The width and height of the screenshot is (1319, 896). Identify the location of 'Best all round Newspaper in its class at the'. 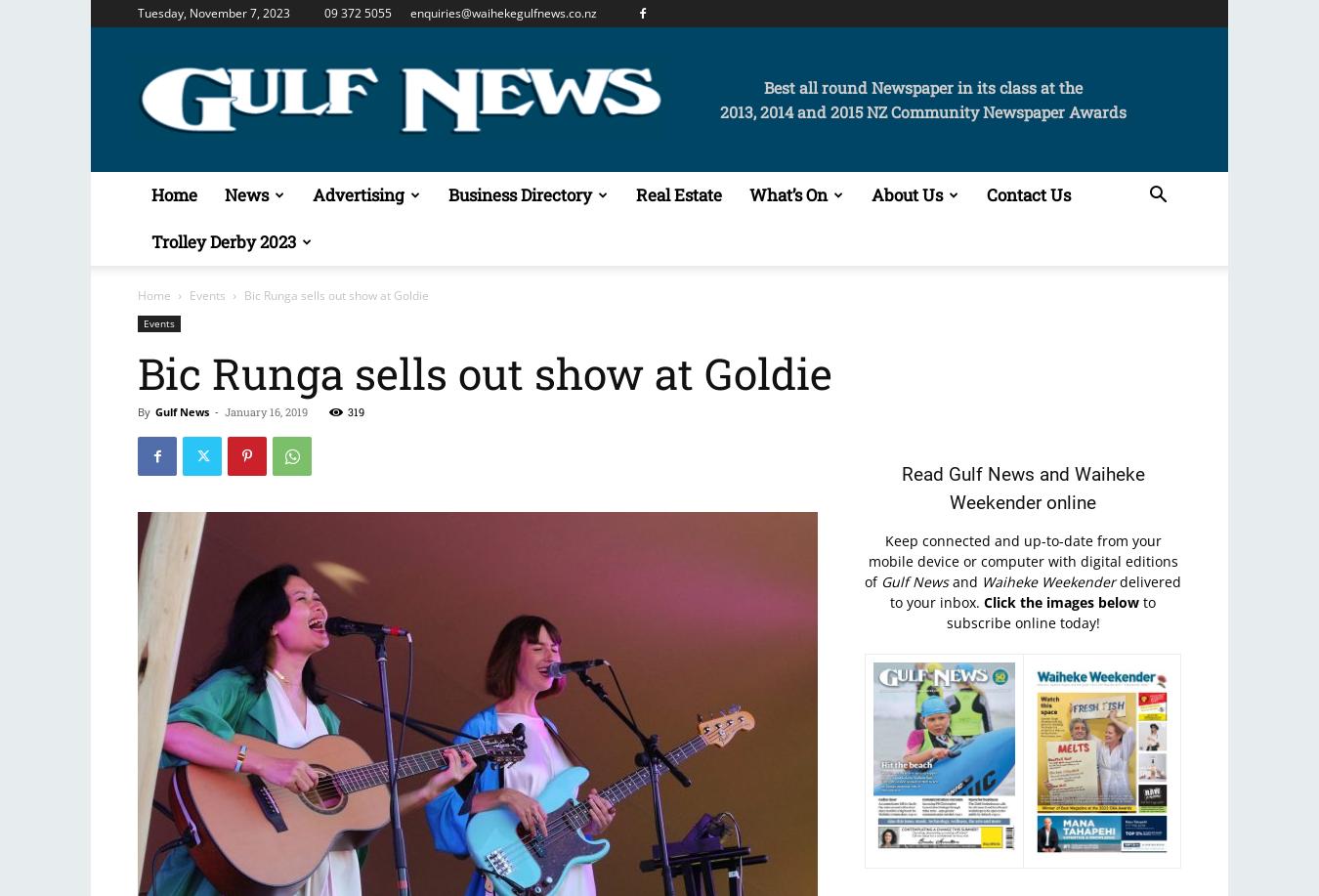
(921, 86).